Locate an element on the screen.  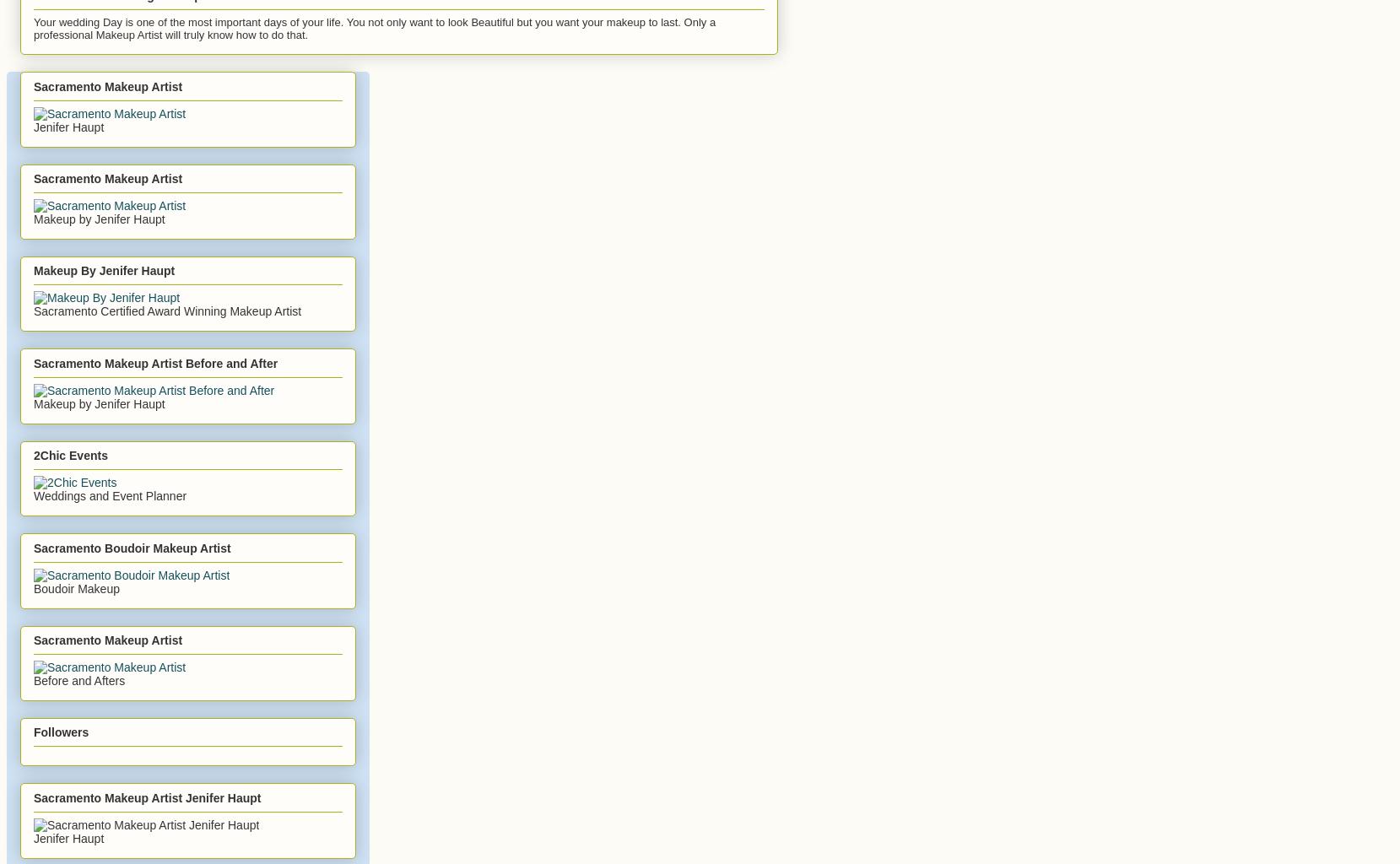
'Followers' is located at coordinates (60, 732).